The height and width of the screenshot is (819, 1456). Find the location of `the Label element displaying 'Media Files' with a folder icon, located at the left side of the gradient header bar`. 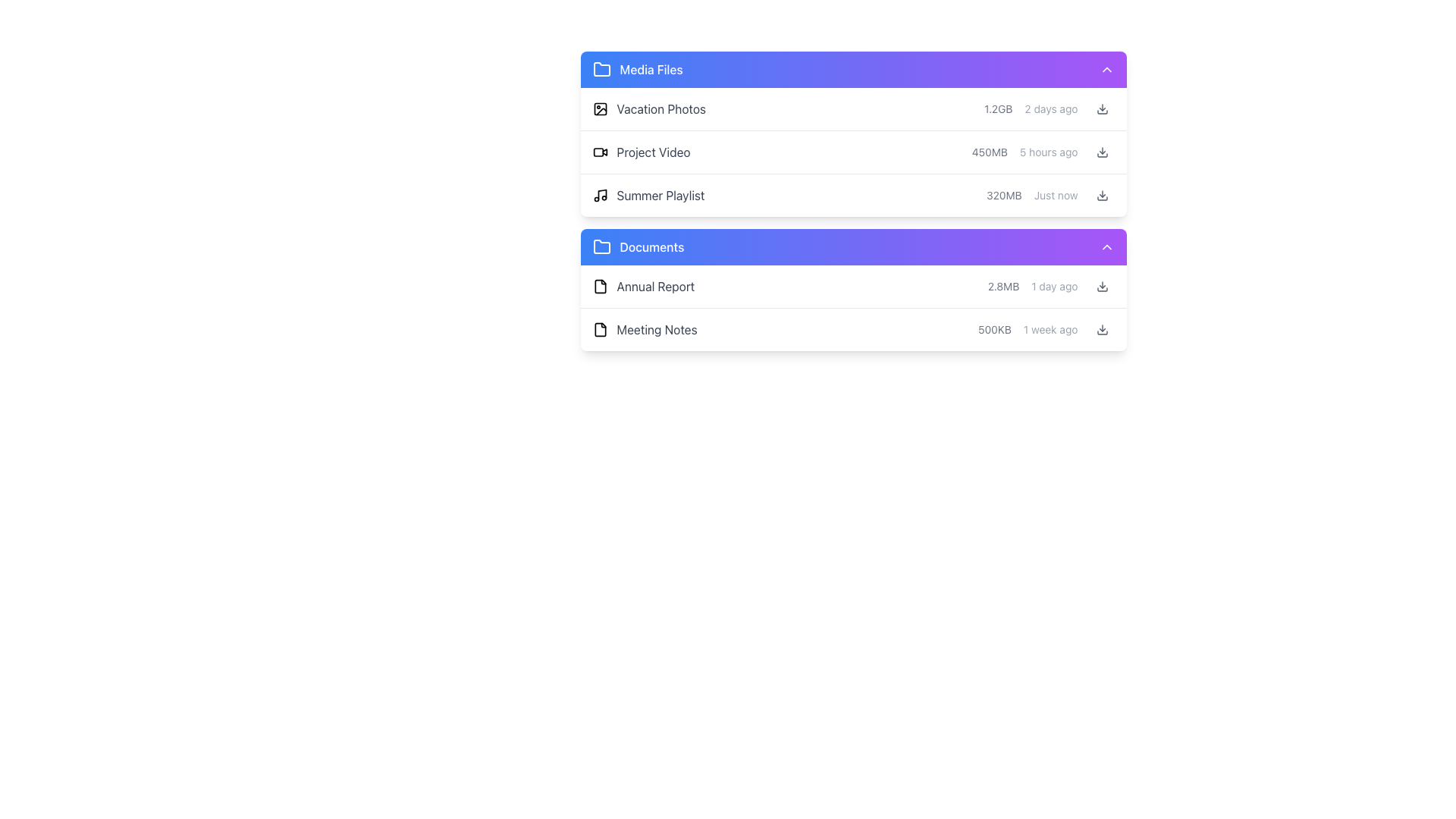

the Label element displaying 'Media Files' with a folder icon, located at the left side of the gradient header bar is located at coordinates (638, 70).